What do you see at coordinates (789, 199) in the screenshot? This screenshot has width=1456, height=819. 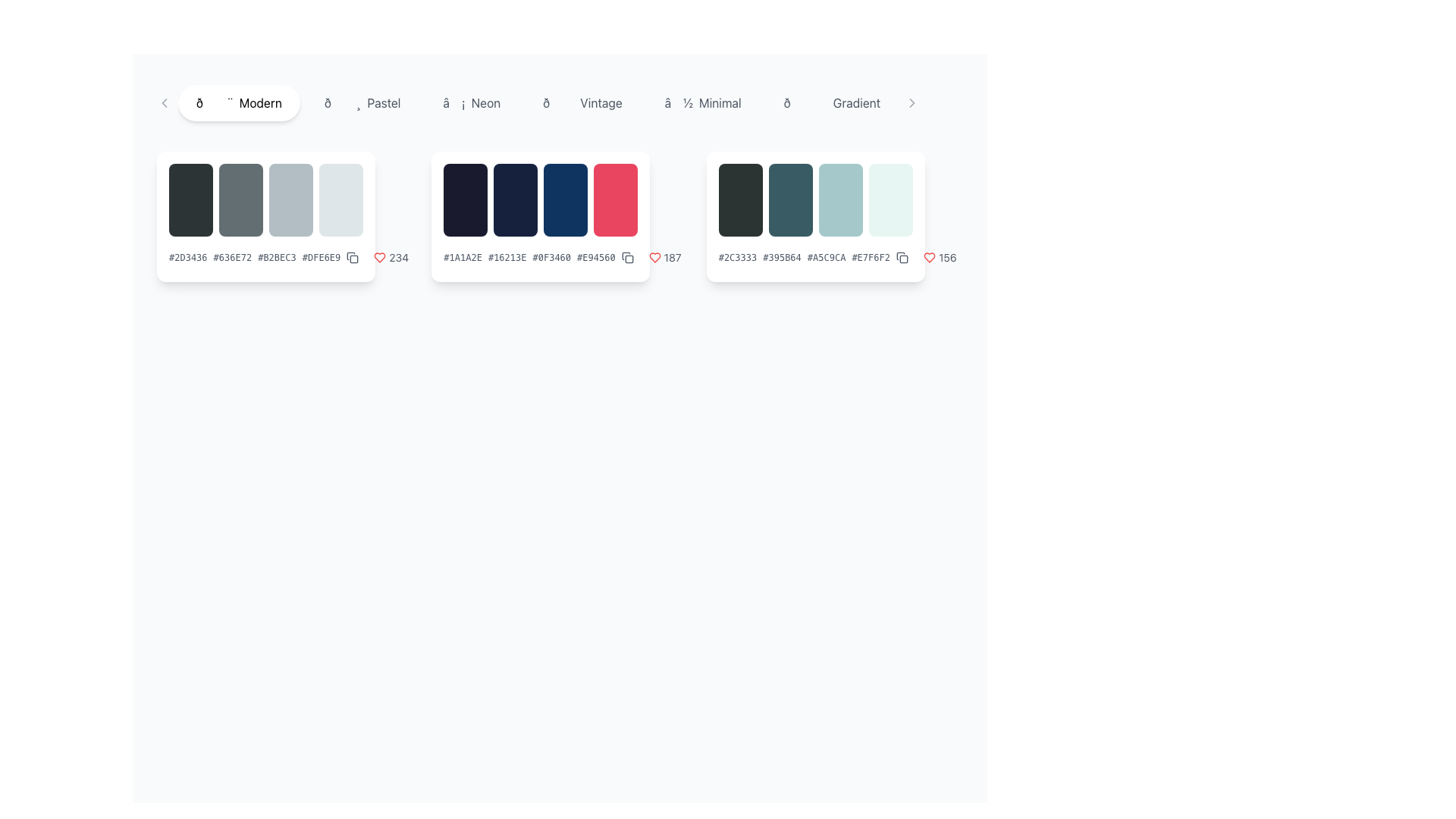 I see `the second decorative box in the color palette display, which visually represents one of the colors and is situated between a darker gray box and a lighter teal box` at bounding box center [789, 199].